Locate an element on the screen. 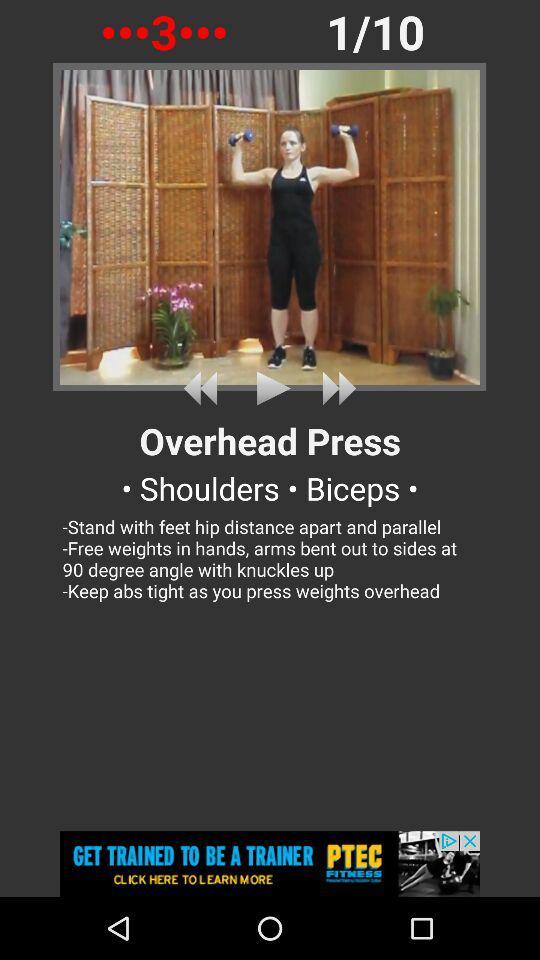 This screenshot has height=960, width=540. go is located at coordinates (203, 387).